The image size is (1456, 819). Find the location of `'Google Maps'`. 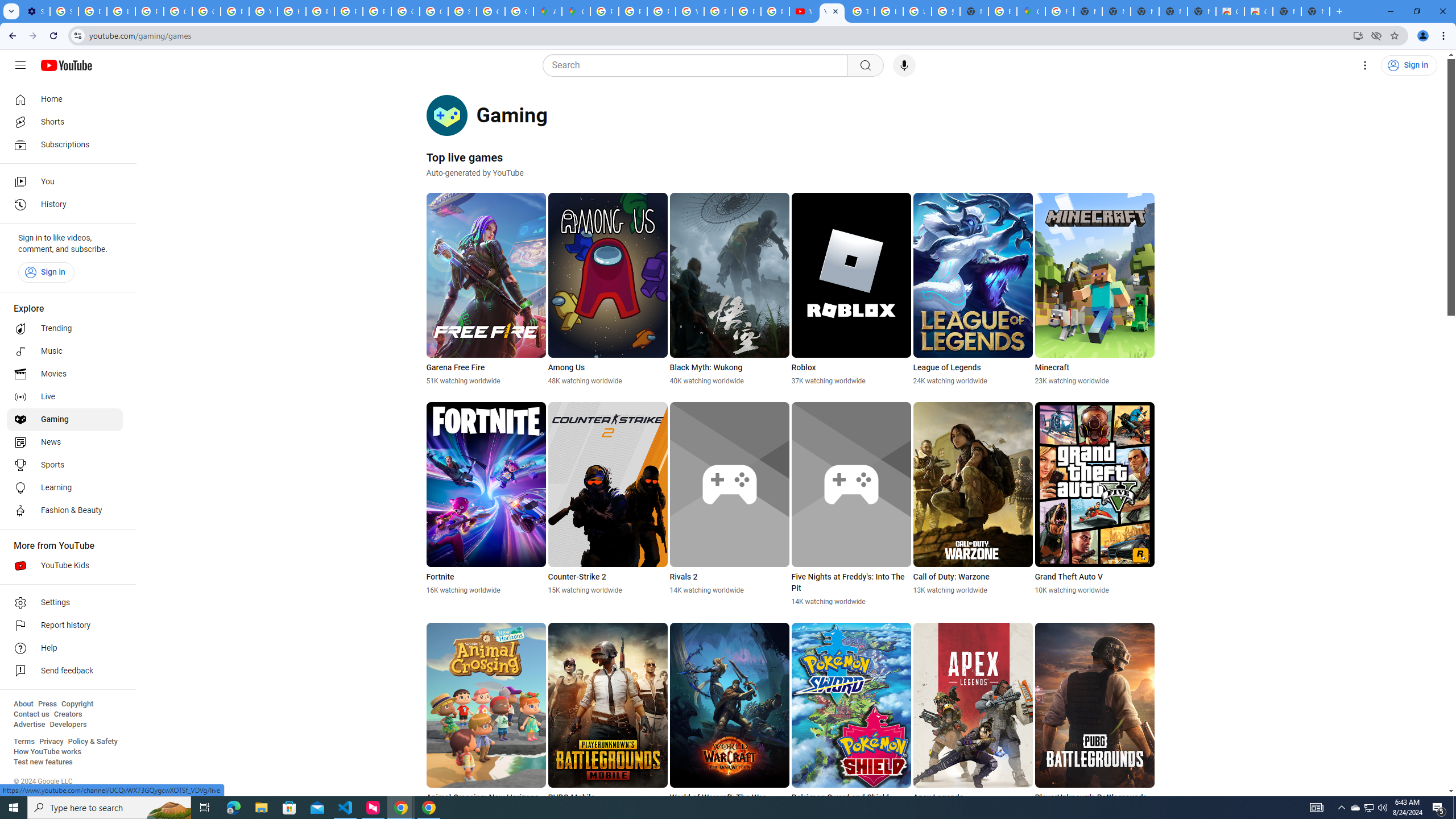

'Google Maps' is located at coordinates (1030, 11).